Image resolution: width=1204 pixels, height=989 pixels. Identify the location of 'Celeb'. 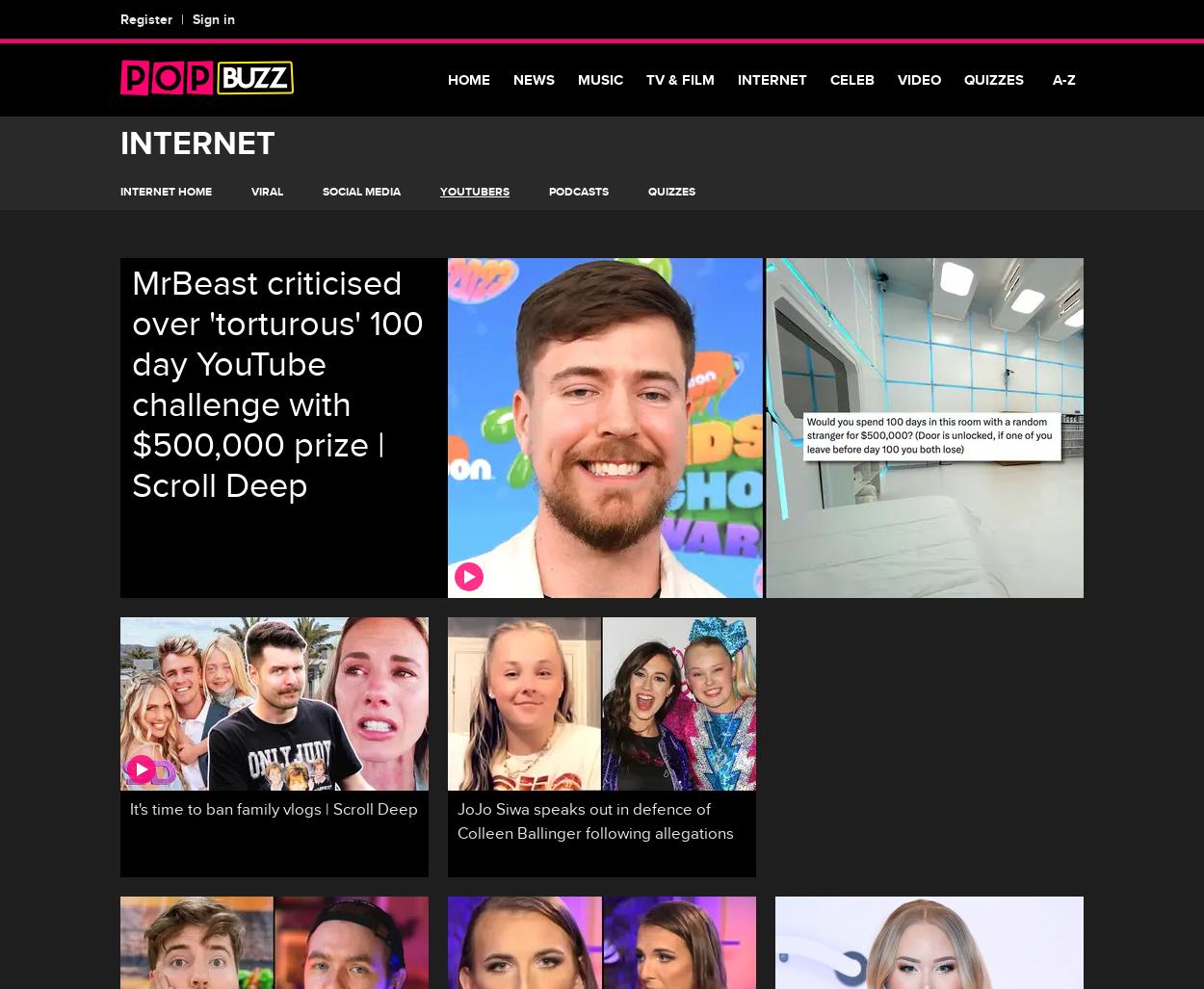
(852, 78).